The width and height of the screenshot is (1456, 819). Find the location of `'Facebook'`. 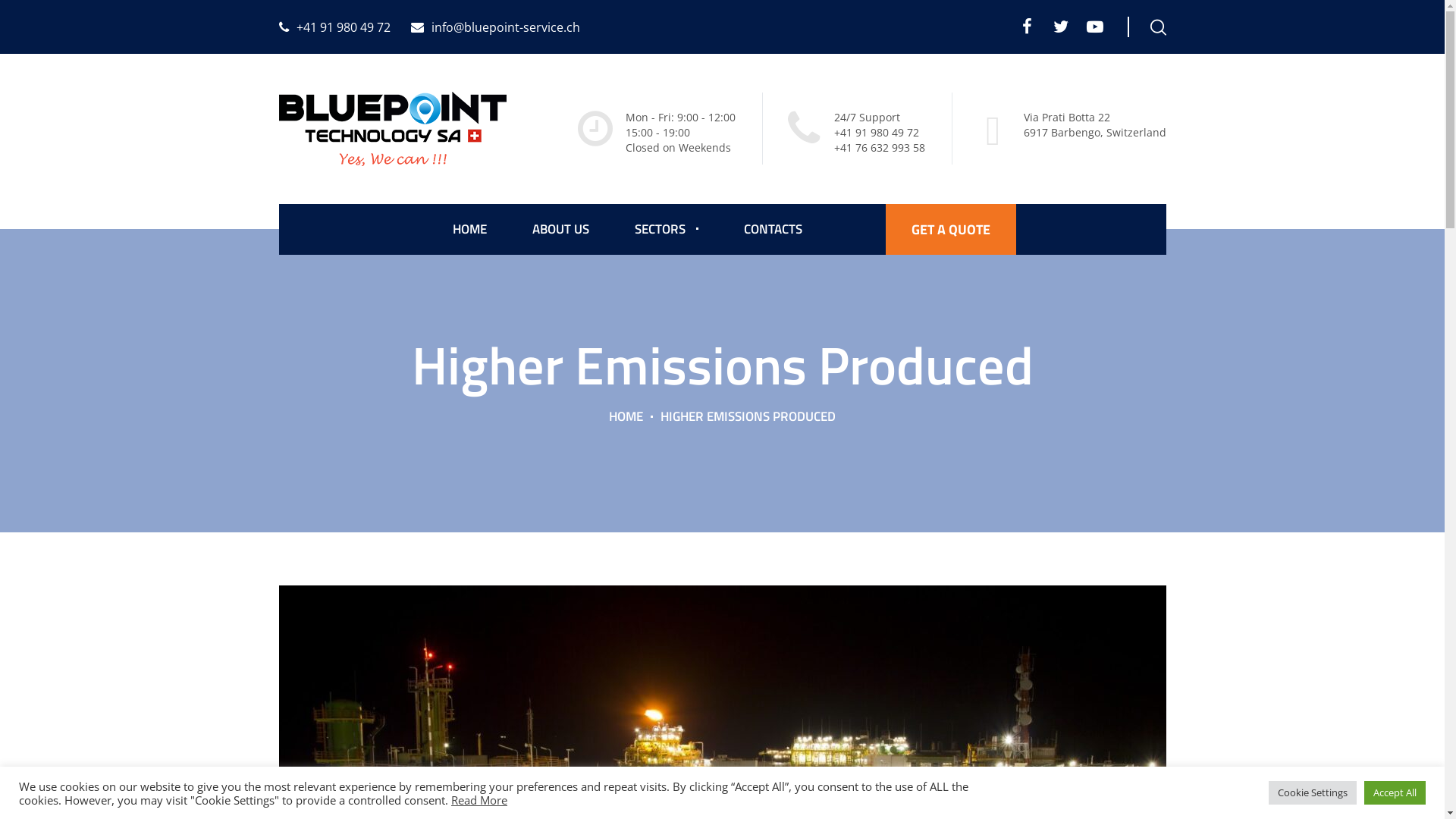

'Facebook' is located at coordinates (1018, 26).